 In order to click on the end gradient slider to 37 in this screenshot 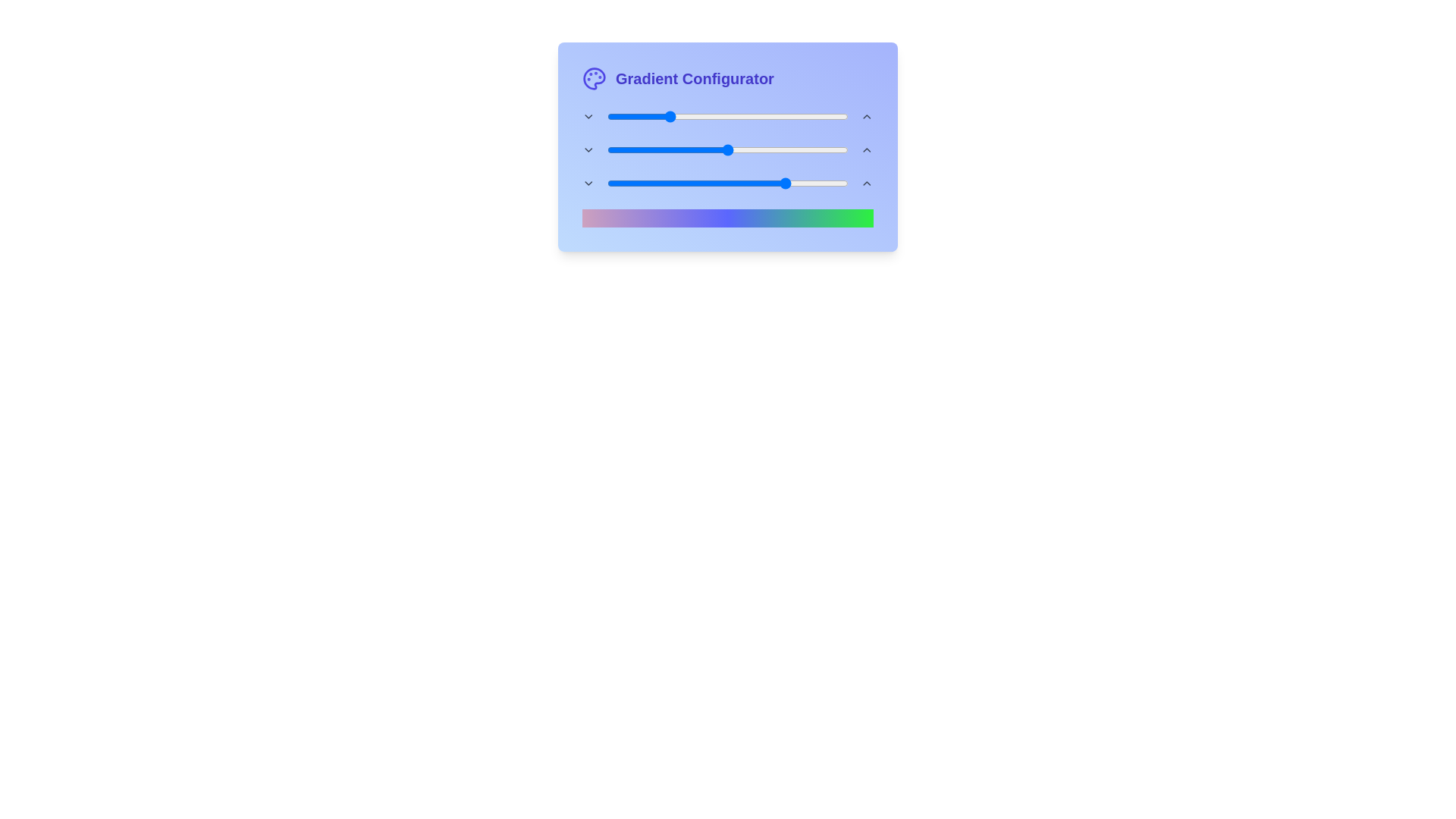, I will do `click(695, 183)`.